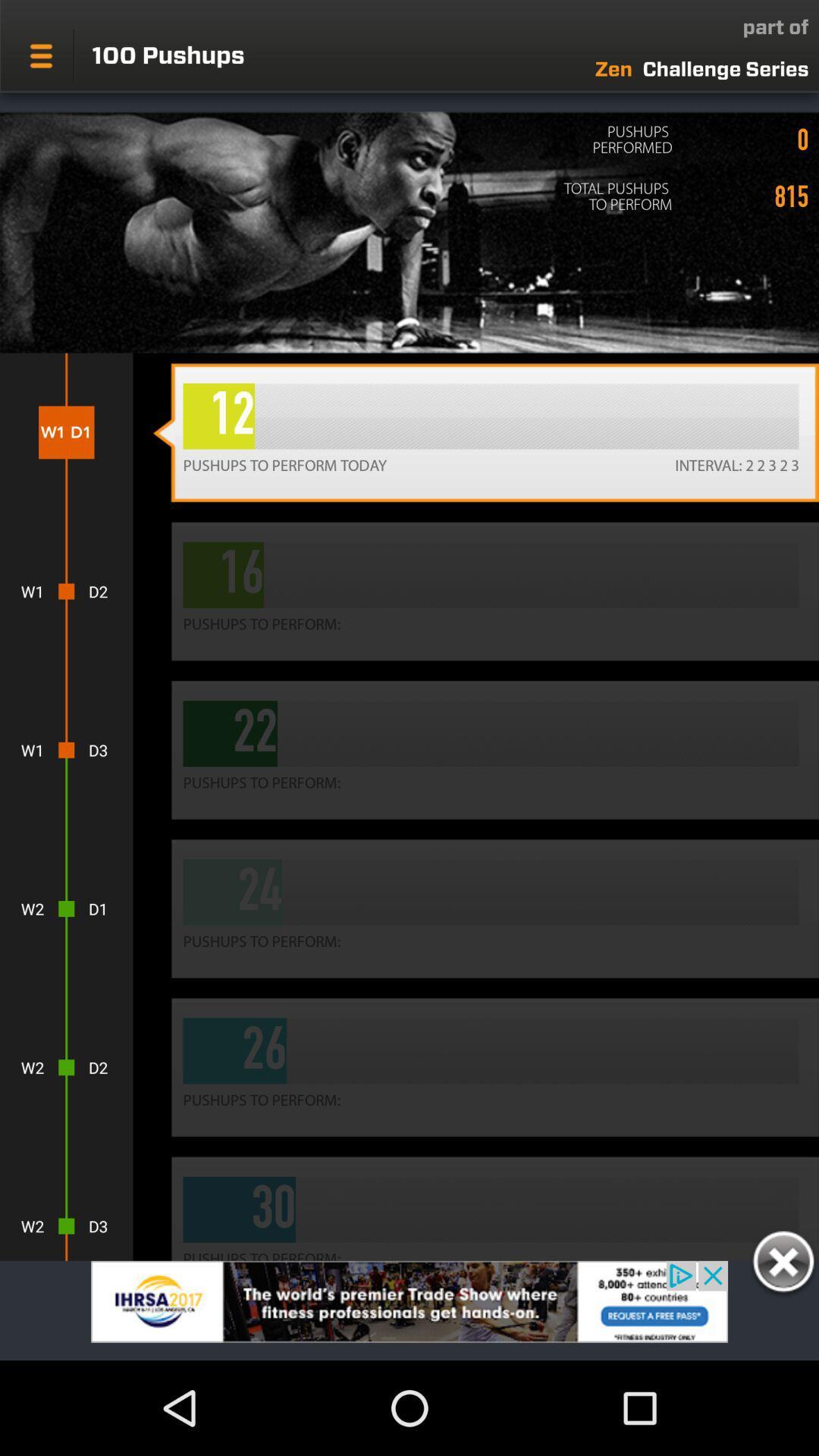 This screenshot has height=1456, width=819. I want to click on between w1 and d3, so click(65, 750).